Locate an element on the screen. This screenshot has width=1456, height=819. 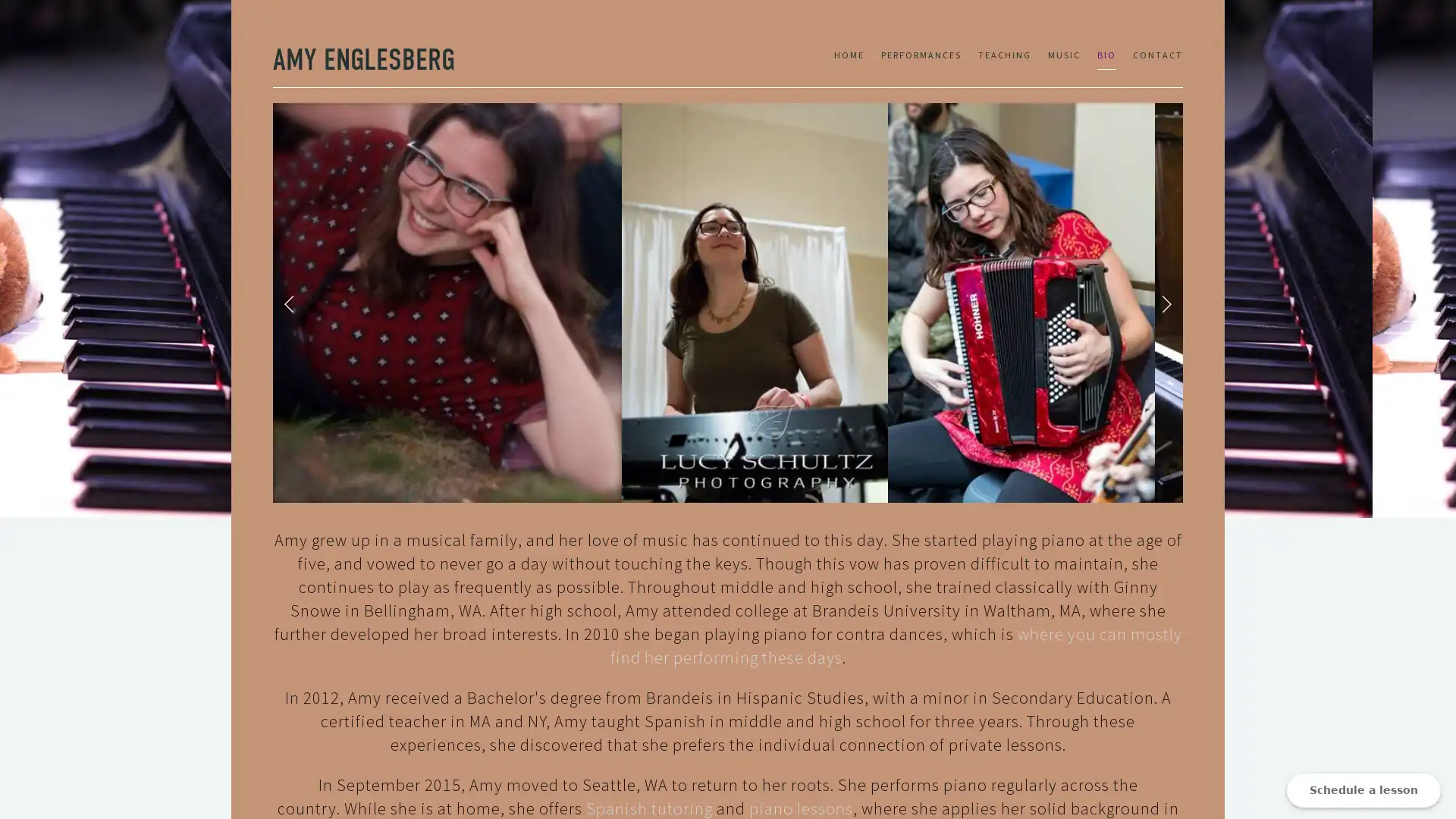
Previous Slide is located at coordinates (290, 302).